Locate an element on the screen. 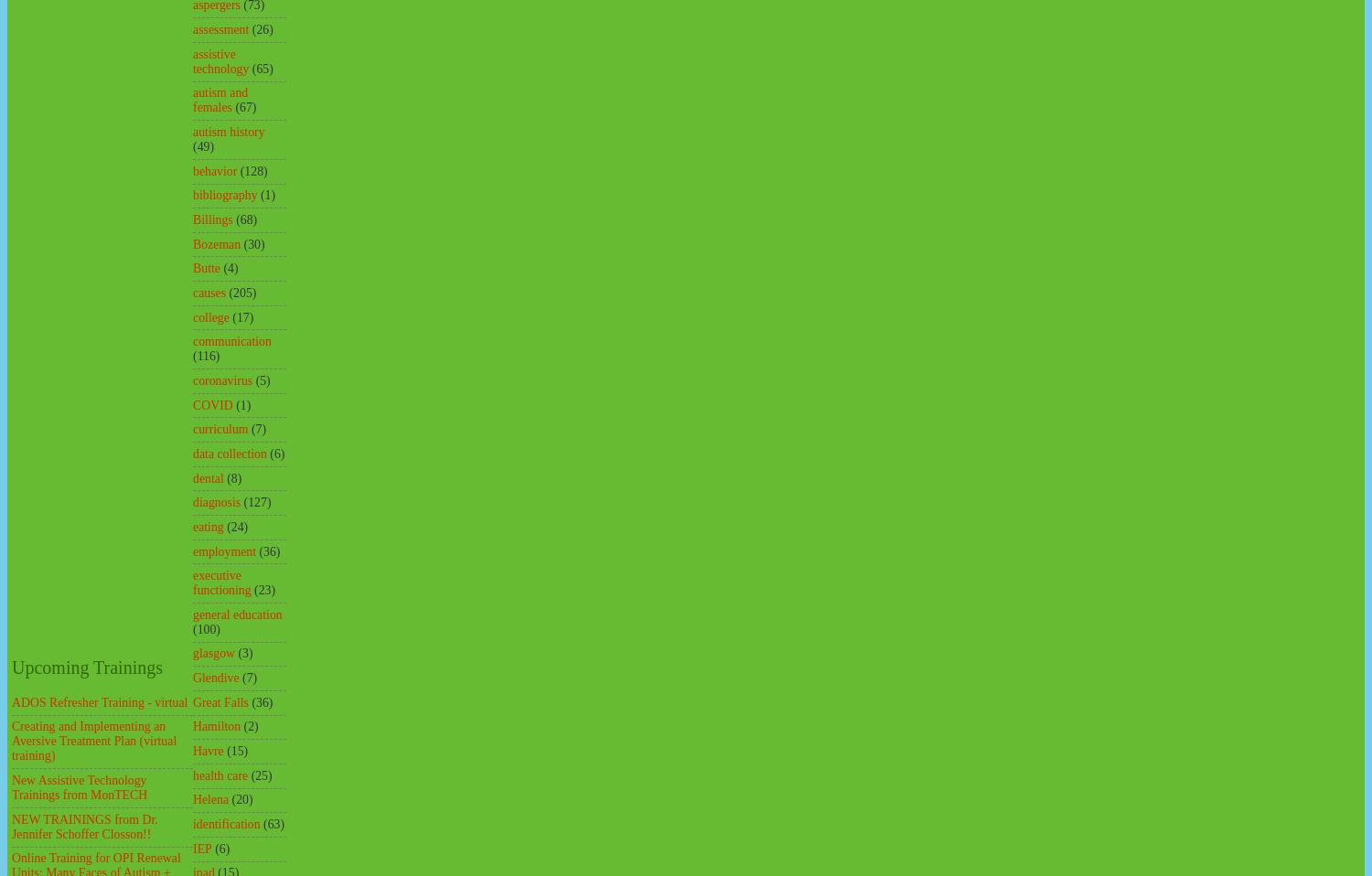 The width and height of the screenshot is (1372, 876). 'general education' is located at coordinates (237, 613).